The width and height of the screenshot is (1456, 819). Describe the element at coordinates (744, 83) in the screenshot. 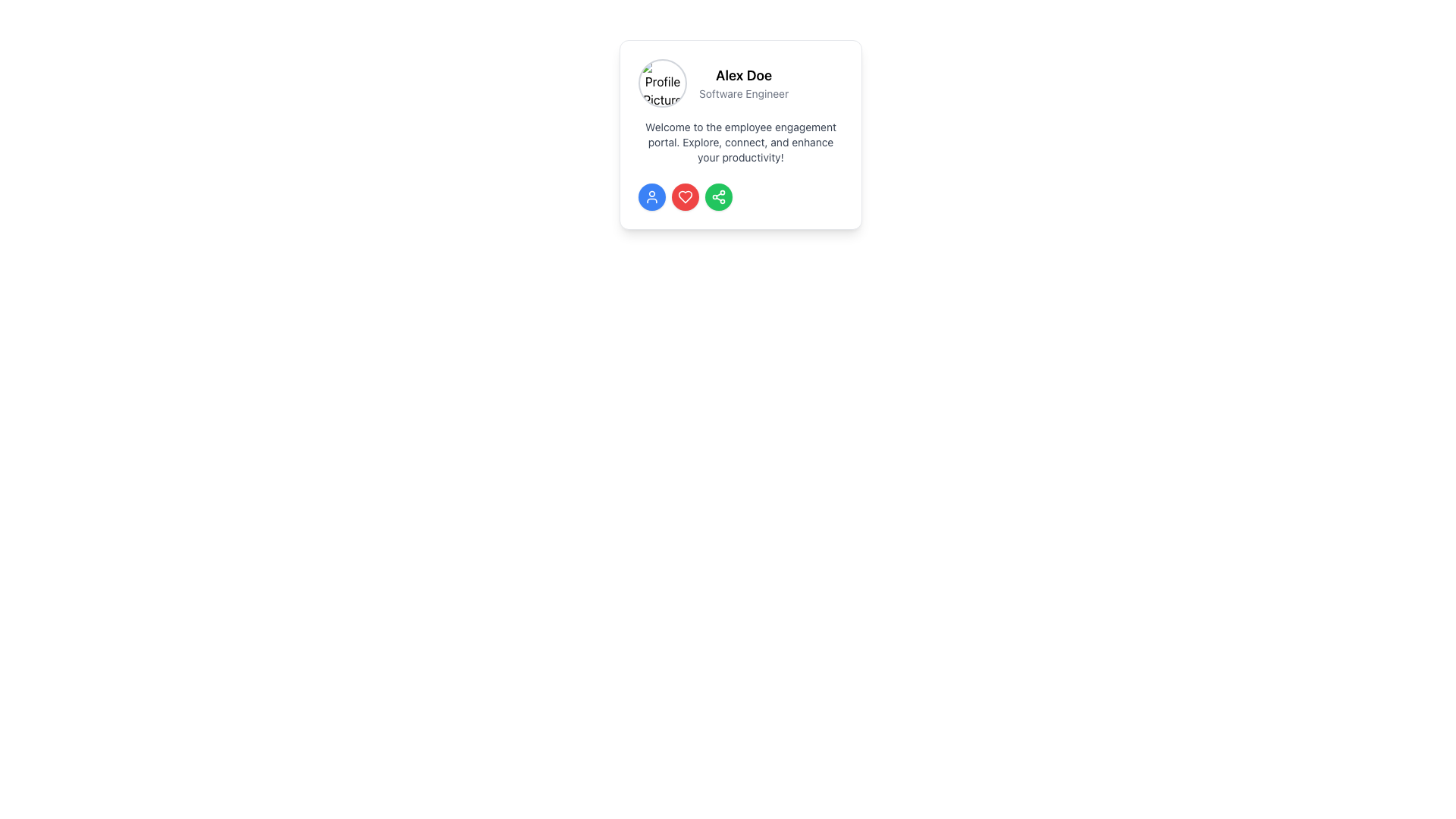

I see `user's name and professional title displayed on the user profile, which is located on the right-hand side of the circular profile picture, showing 'Alex Doe' and 'Software Engineer'` at that location.